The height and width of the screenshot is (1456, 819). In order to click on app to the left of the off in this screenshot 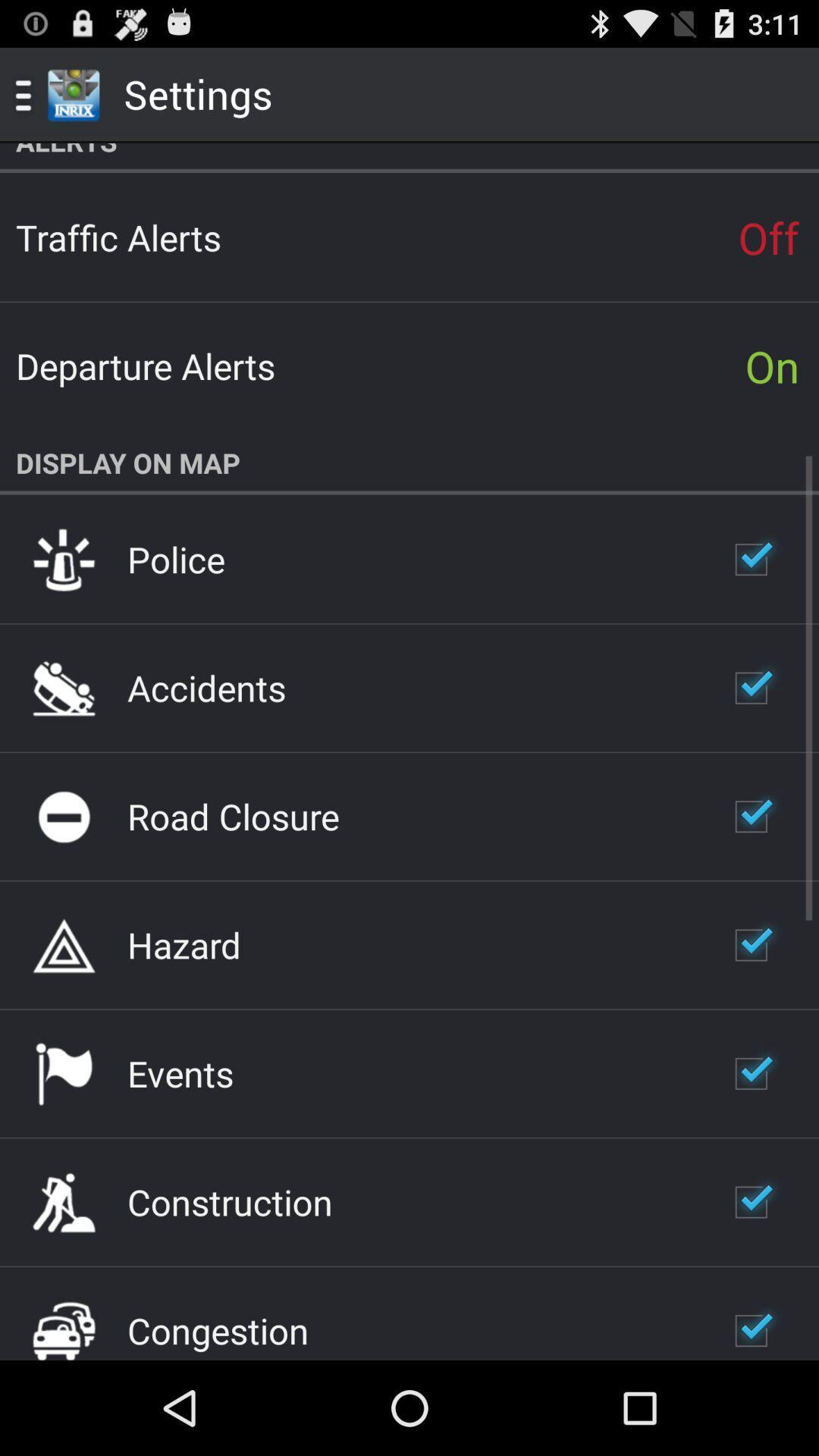, I will do `click(118, 237)`.